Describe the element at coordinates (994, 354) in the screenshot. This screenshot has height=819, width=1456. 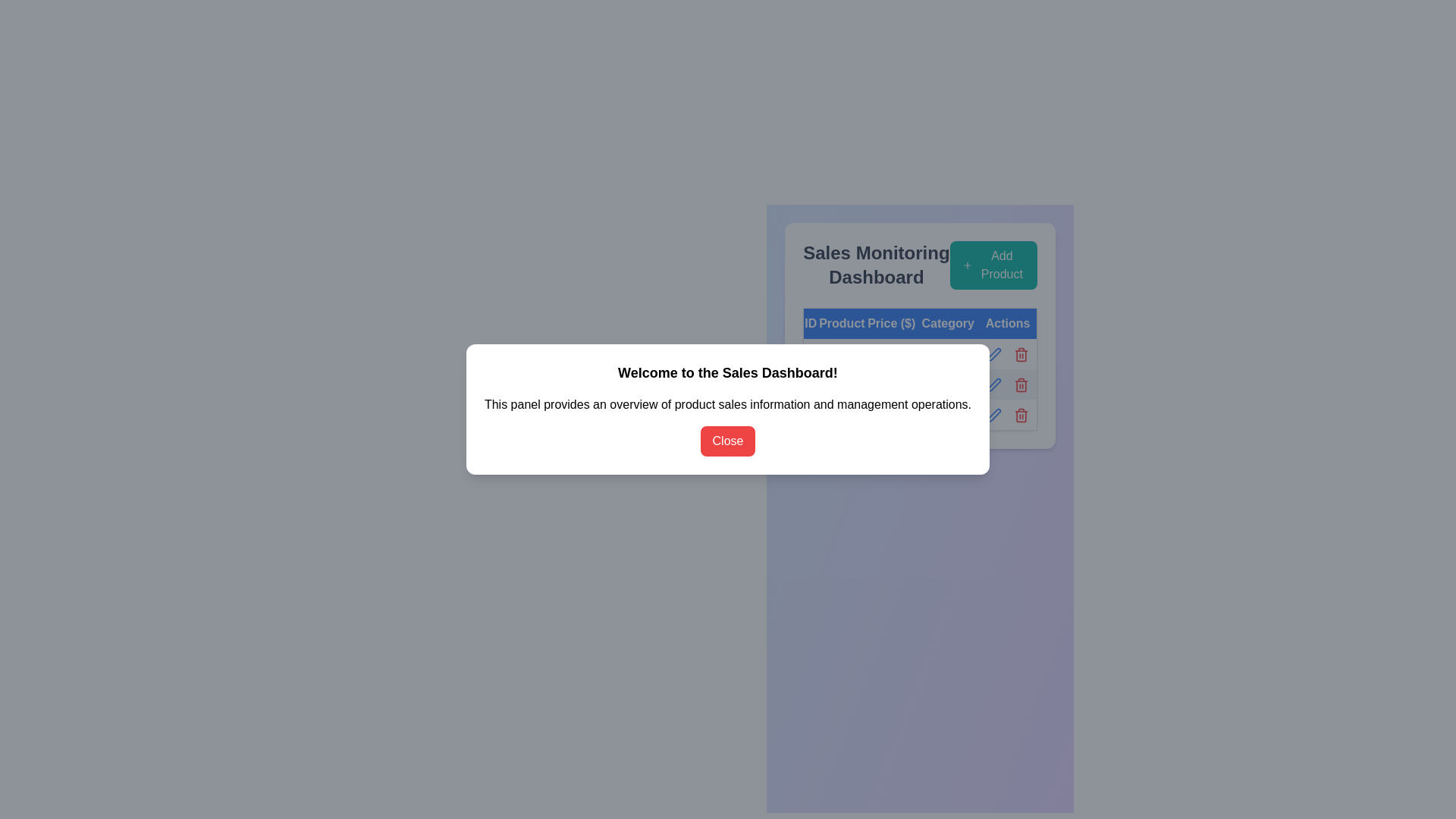
I see `the edit action icon located in the dialog box titled 'Welcome to the Sales Dashboard!' to initiate an edit action` at that location.